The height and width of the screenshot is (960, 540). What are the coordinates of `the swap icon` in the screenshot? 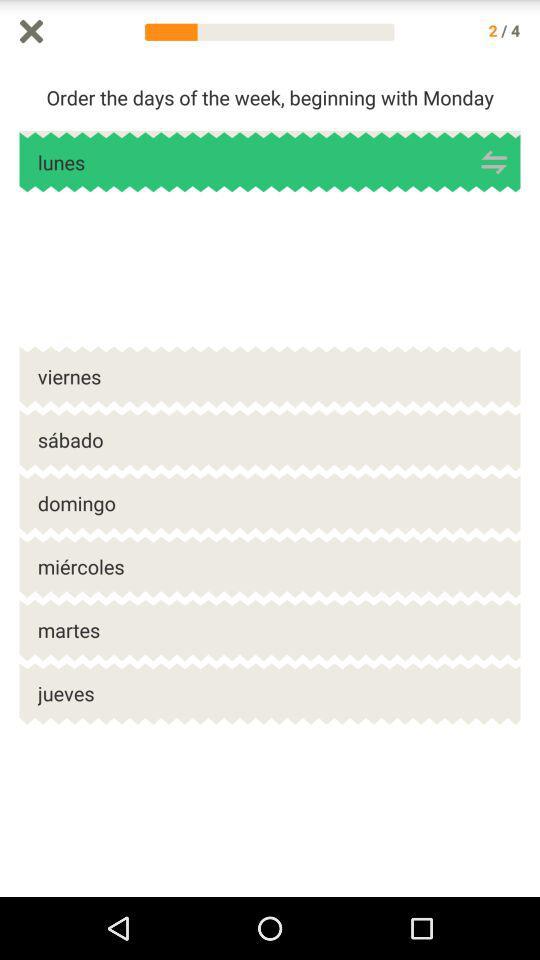 It's located at (493, 172).